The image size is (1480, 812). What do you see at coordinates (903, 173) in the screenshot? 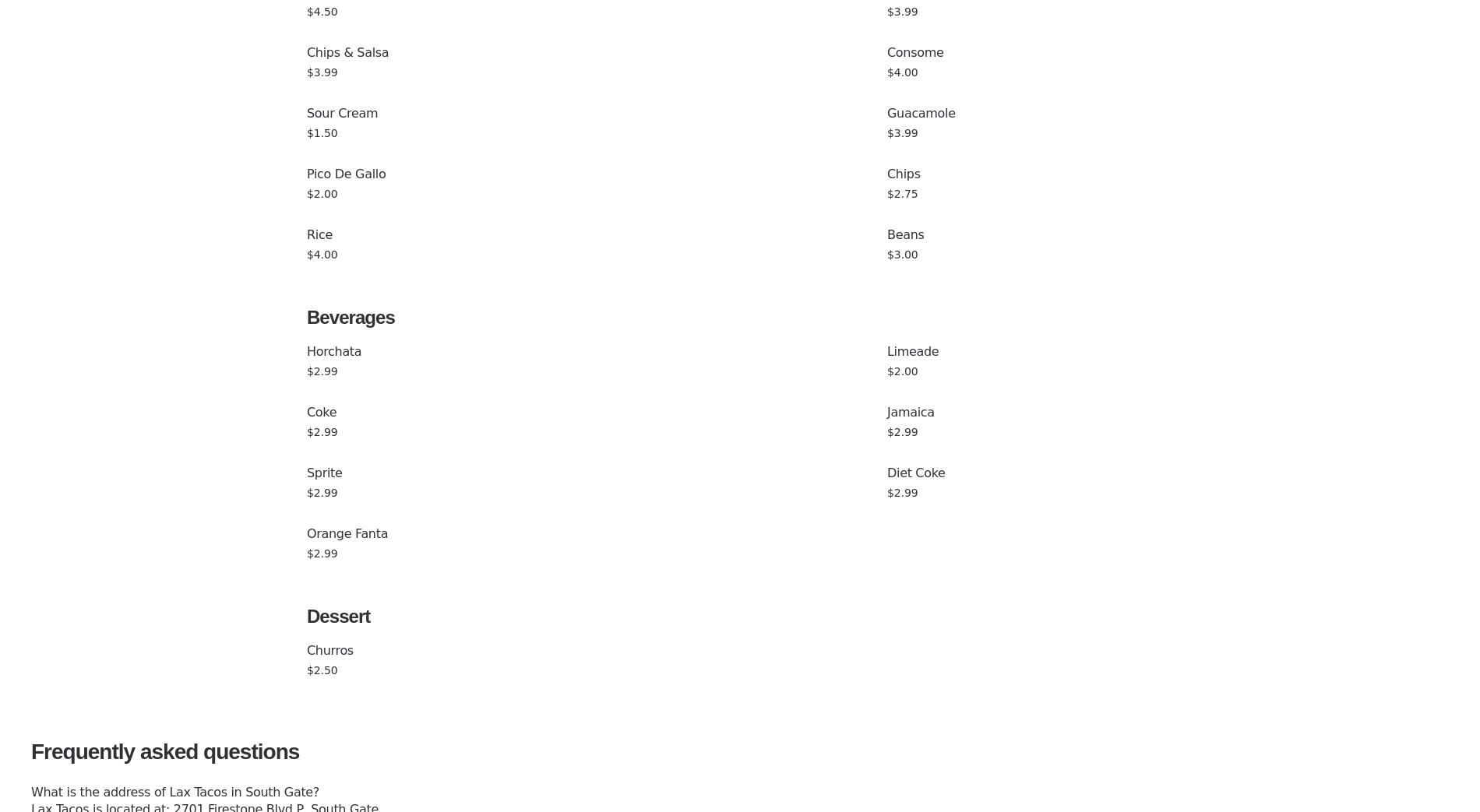
I see `'Chips'` at bounding box center [903, 173].